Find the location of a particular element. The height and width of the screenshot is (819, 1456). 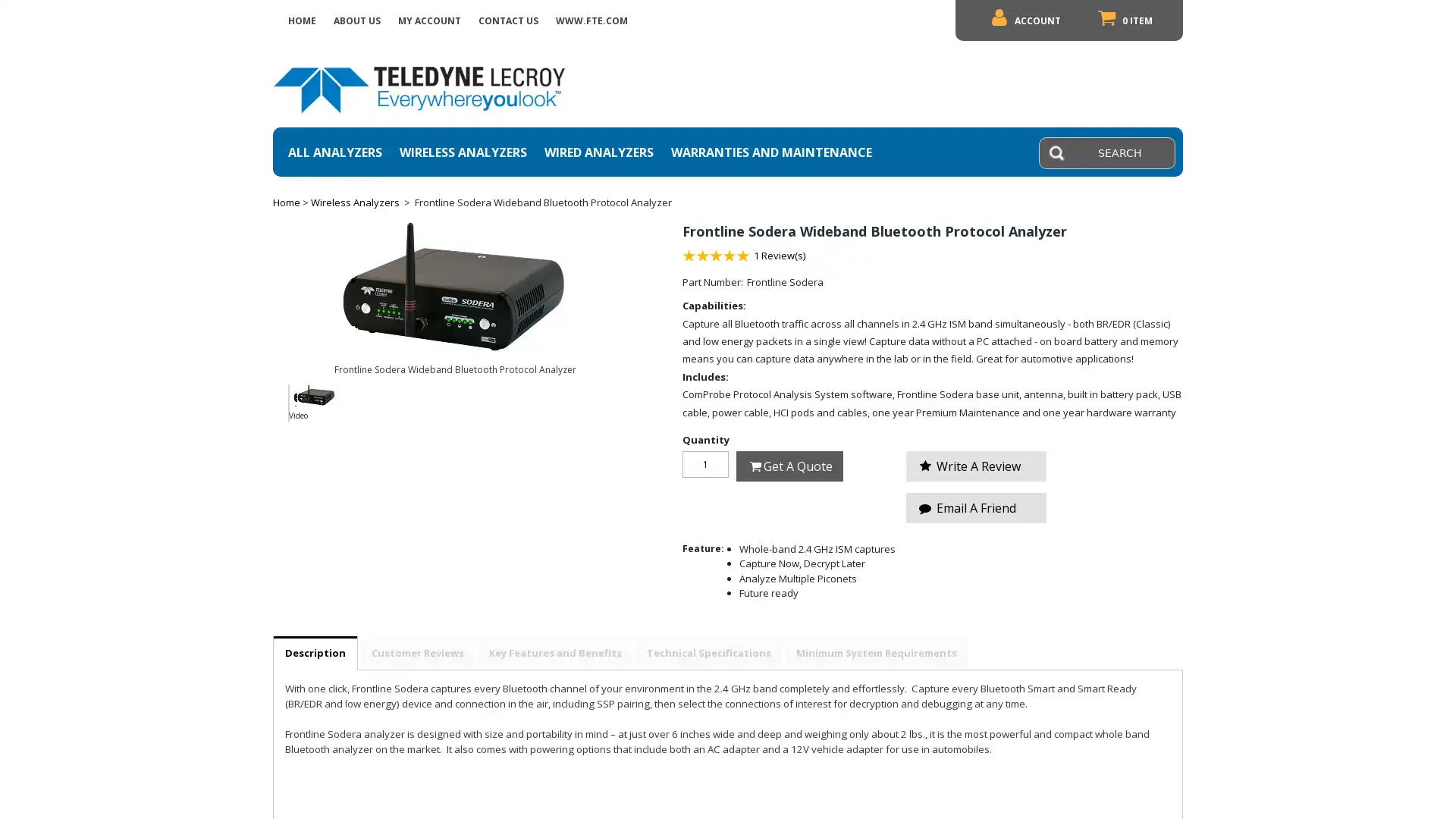

Email A Friend is located at coordinates (976, 507).